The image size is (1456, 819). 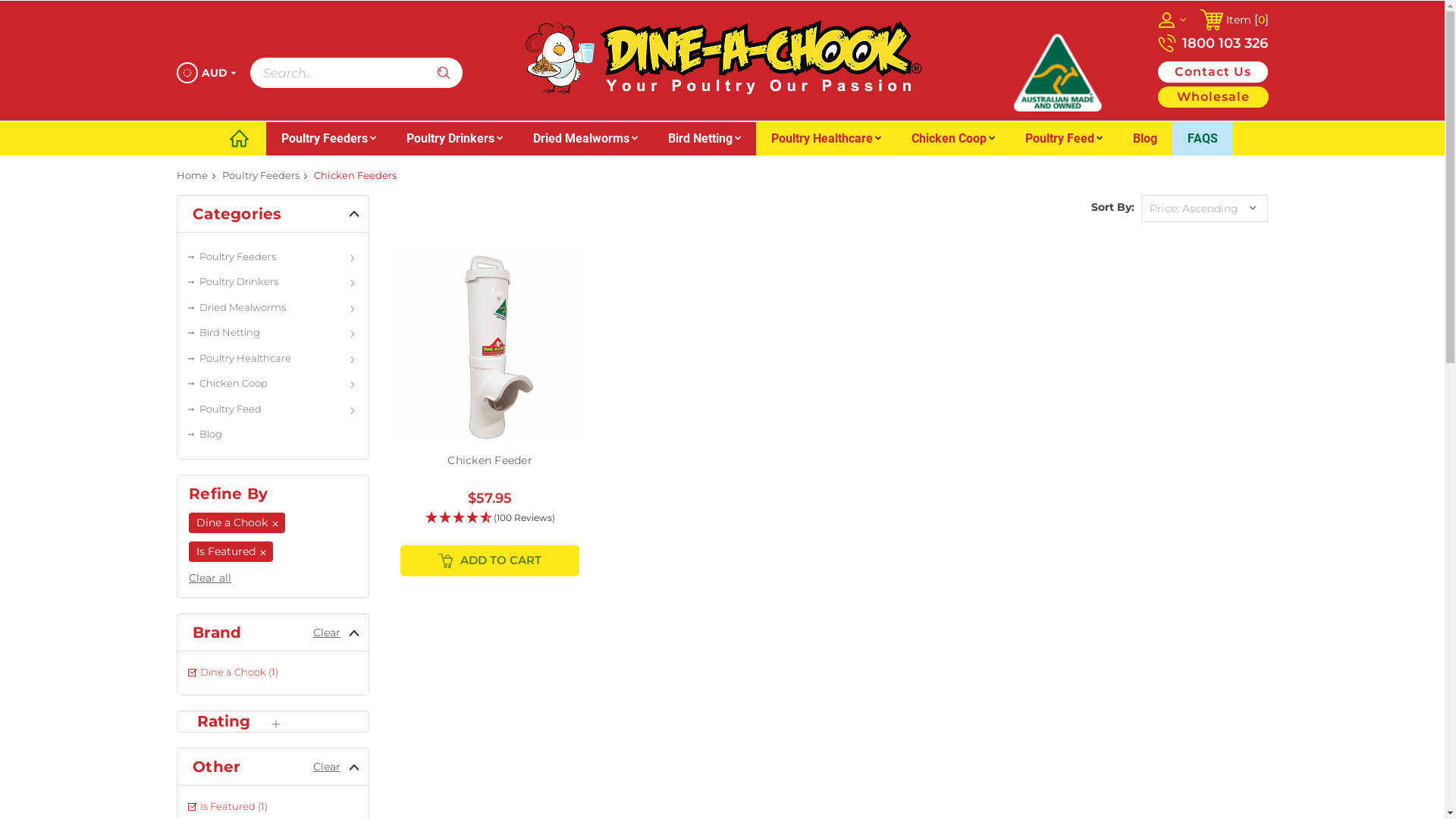 What do you see at coordinates (490, 347) in the screenshot?
I see `'Dine a Chook Chicken Feeder'` at bounding box center [490, 347].